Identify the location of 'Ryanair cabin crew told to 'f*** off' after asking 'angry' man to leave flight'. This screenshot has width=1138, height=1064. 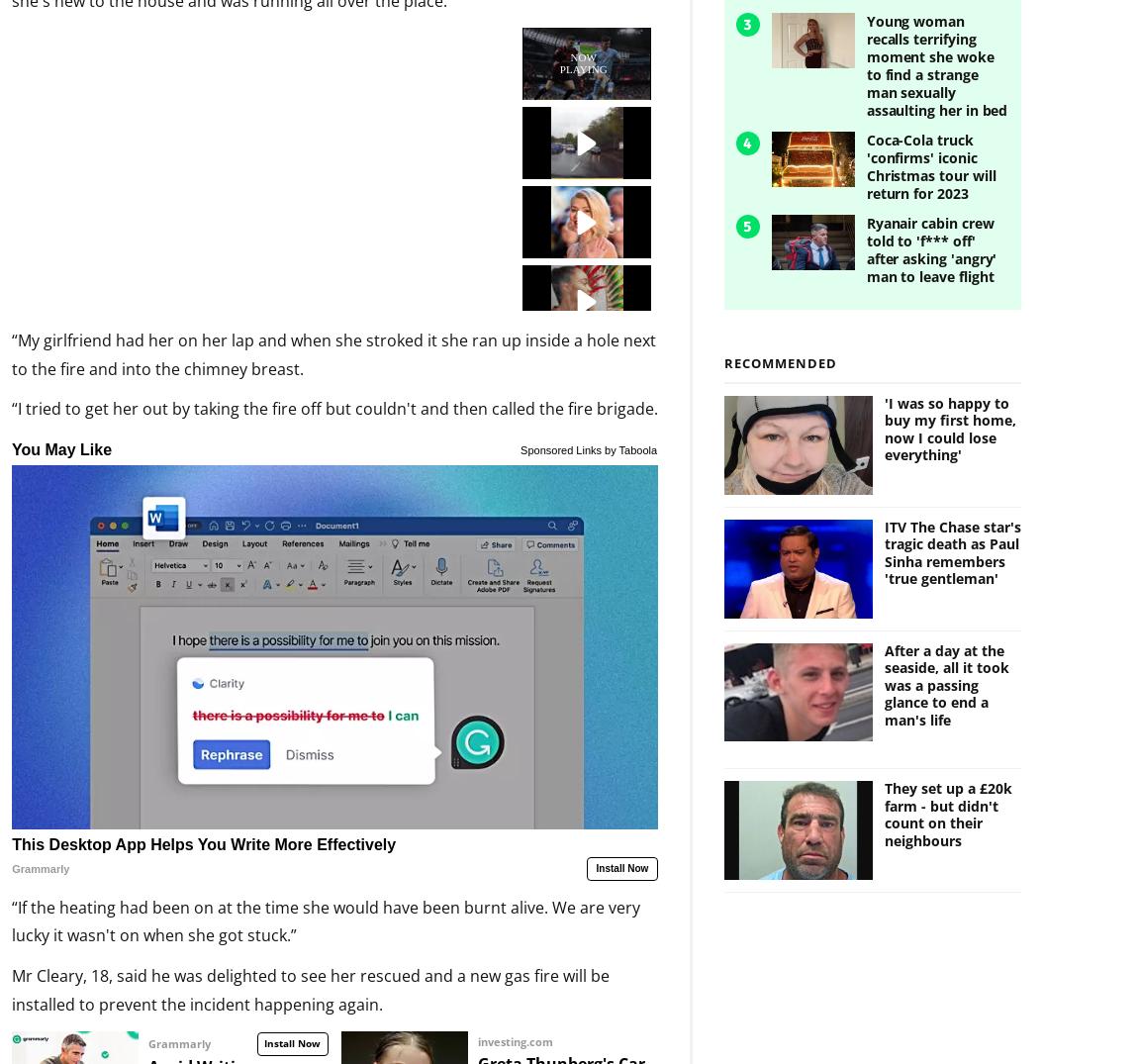
(931, 215).